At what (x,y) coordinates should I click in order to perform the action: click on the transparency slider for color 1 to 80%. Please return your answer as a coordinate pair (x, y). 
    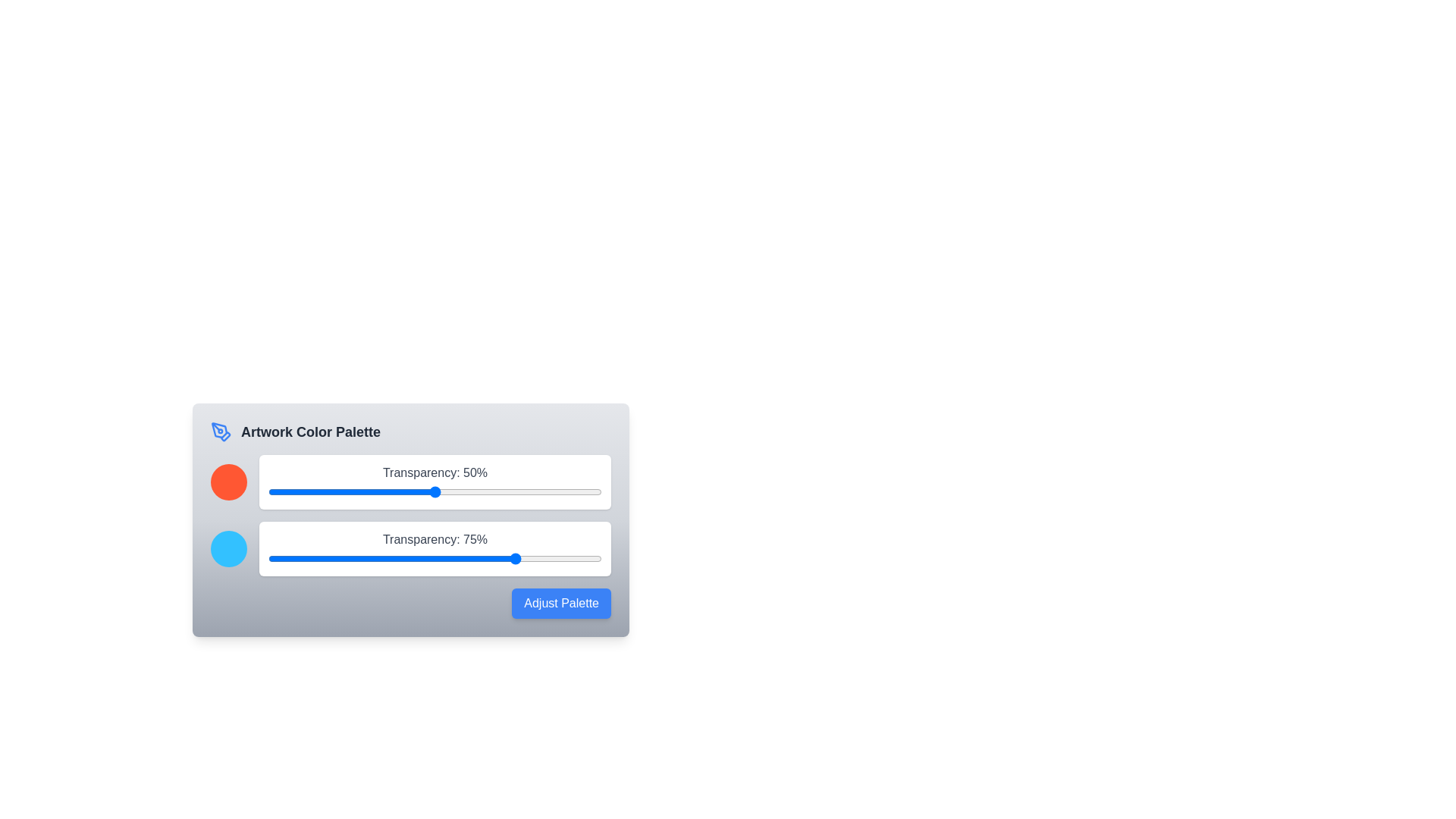
    Looking at the image, I should click on (535, 491).